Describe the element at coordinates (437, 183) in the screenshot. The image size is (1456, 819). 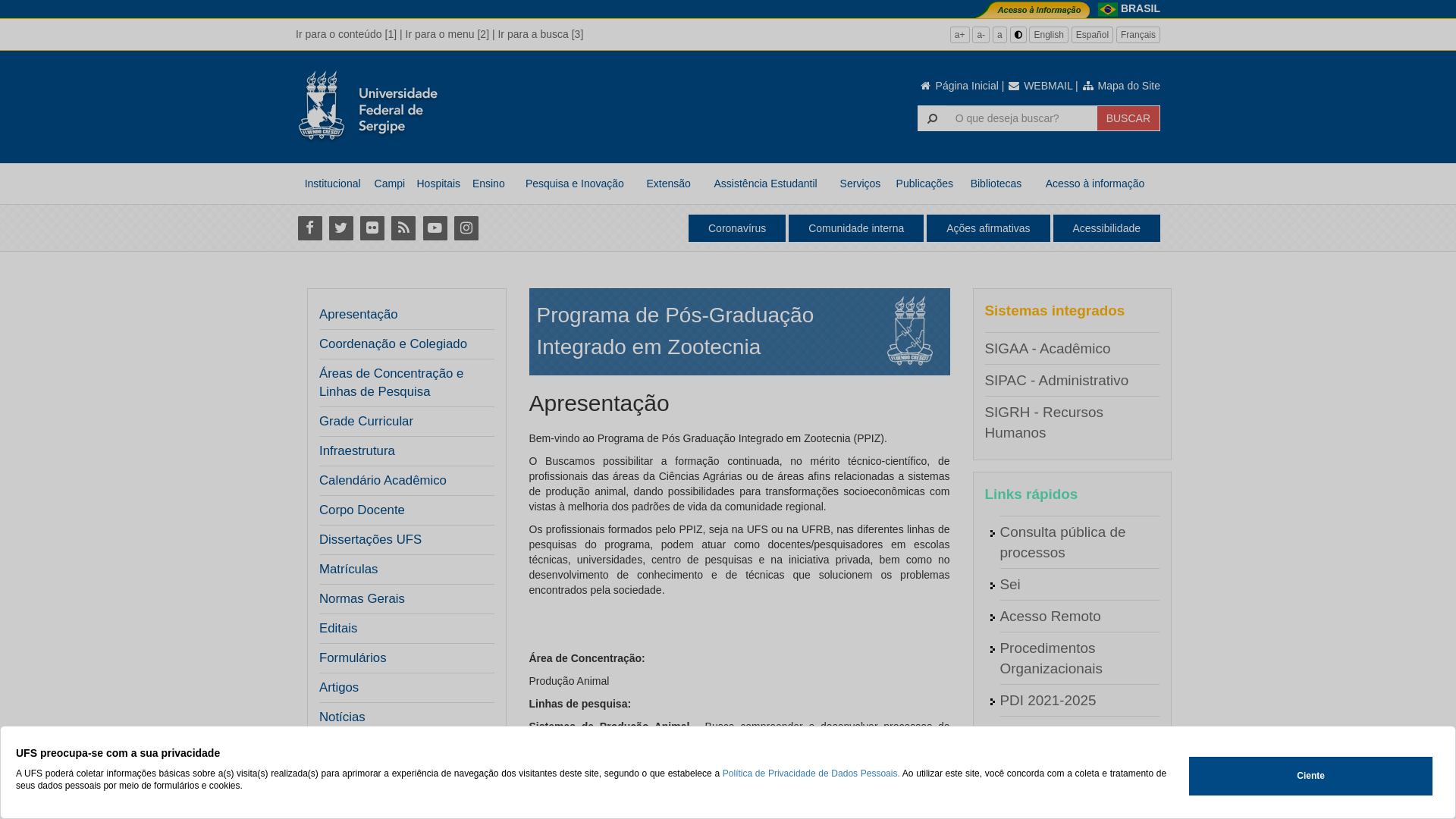
I see `'Hospitais'` at that location.